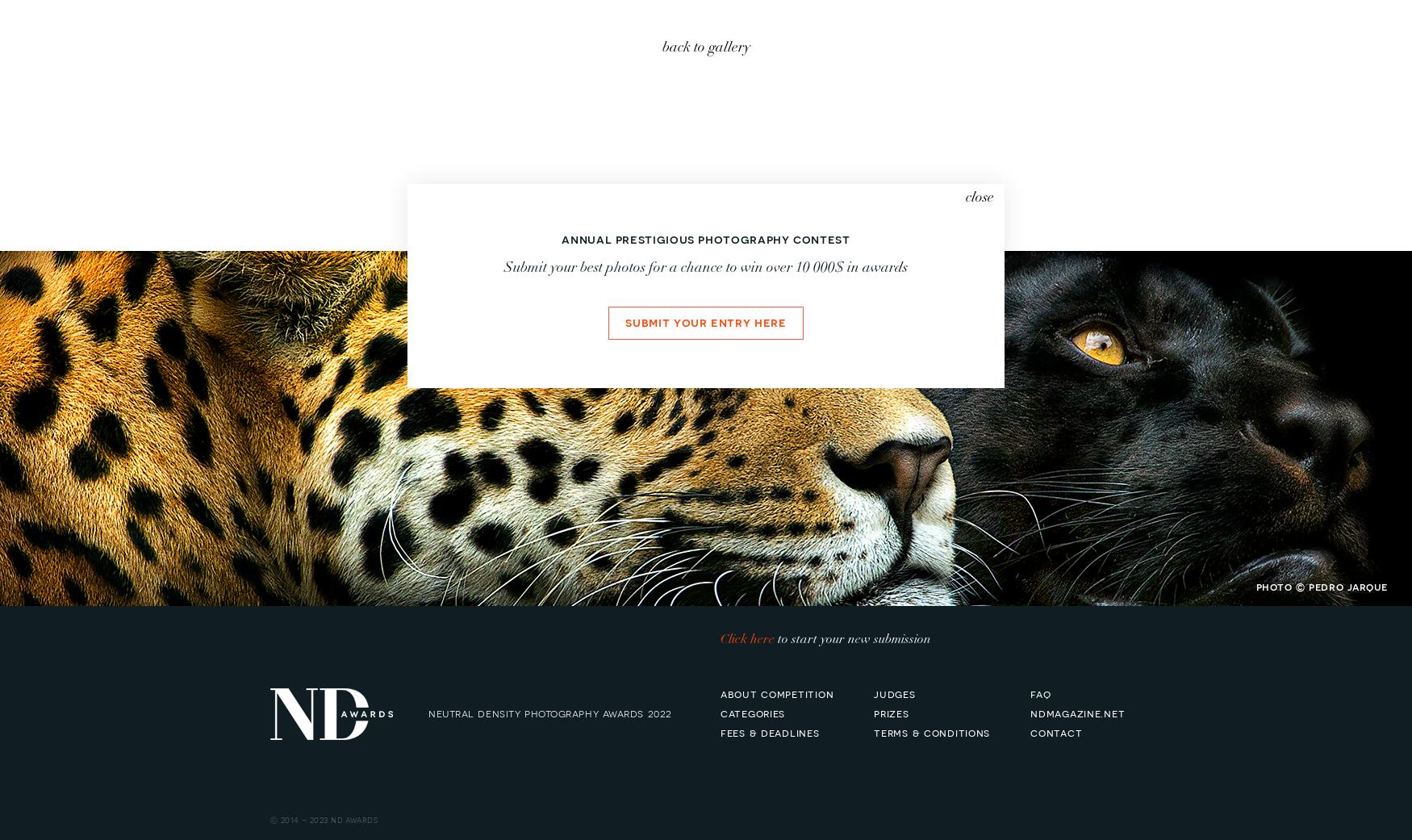 Image resolution: width=1412 pixels, height=840 pixels. Describe the element at coordinates (705, 47) in the screenshot. I see `'back to gallery'` at that location.